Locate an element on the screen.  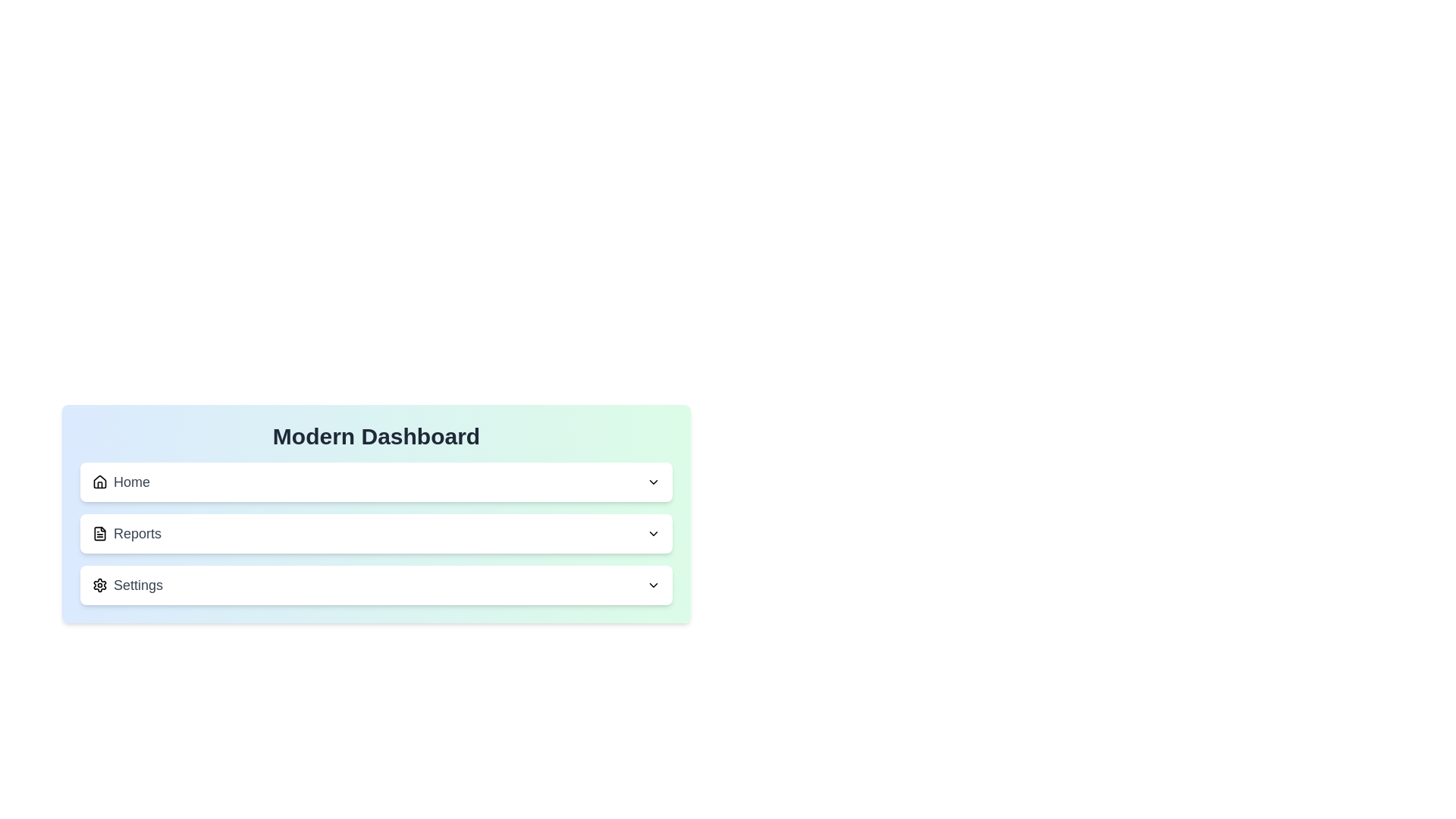
the navigational button with an icon and text that redirects users to the Home section or dashboard of the application is located at coordinates (120, 482).